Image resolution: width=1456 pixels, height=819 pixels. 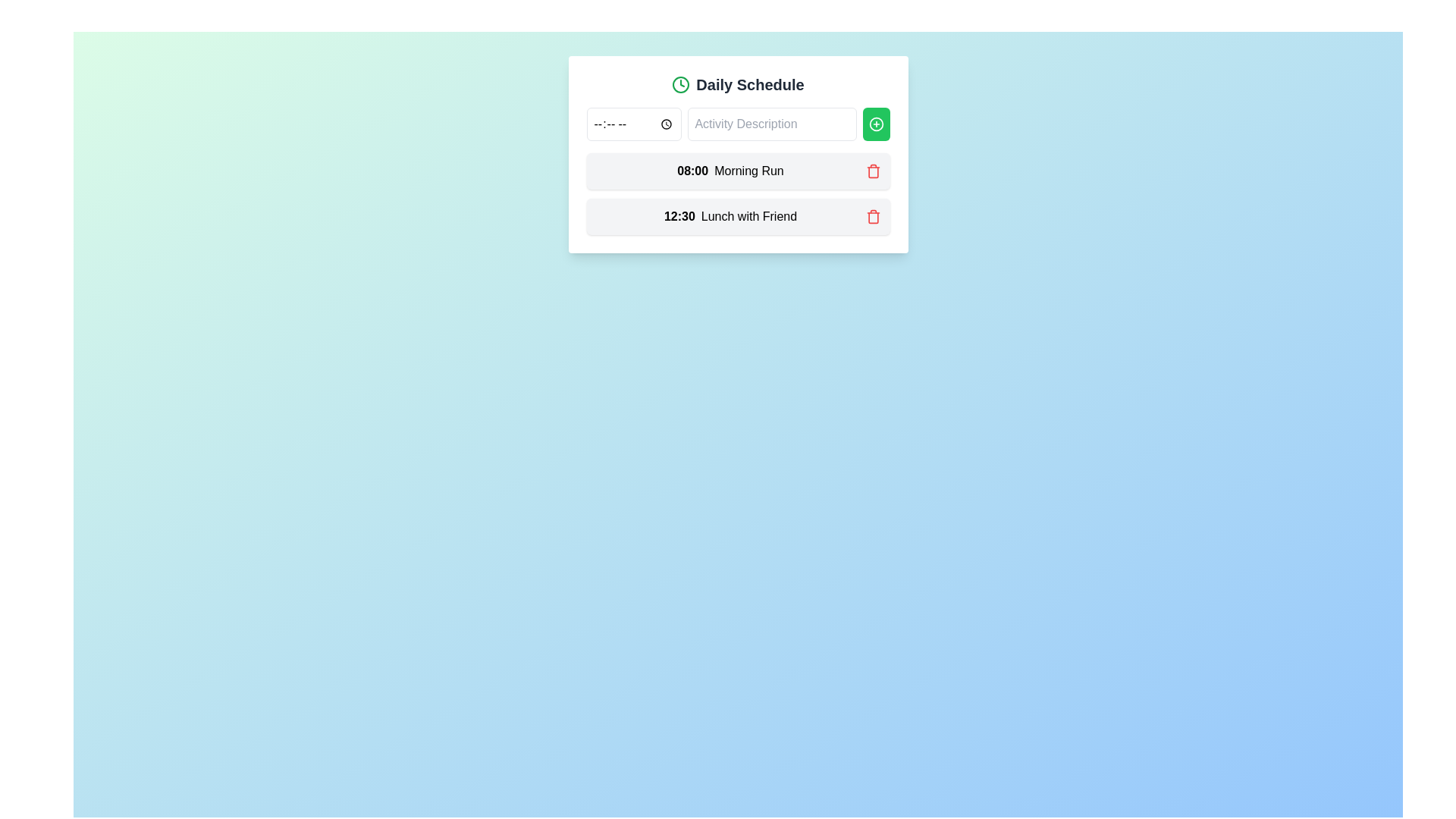 I want to click on the static text label indicating the time for the 'Morning Run' task, which is located in the leftmost position of its row under the 'Daily Schedule' section, so click(x=692, y=171).